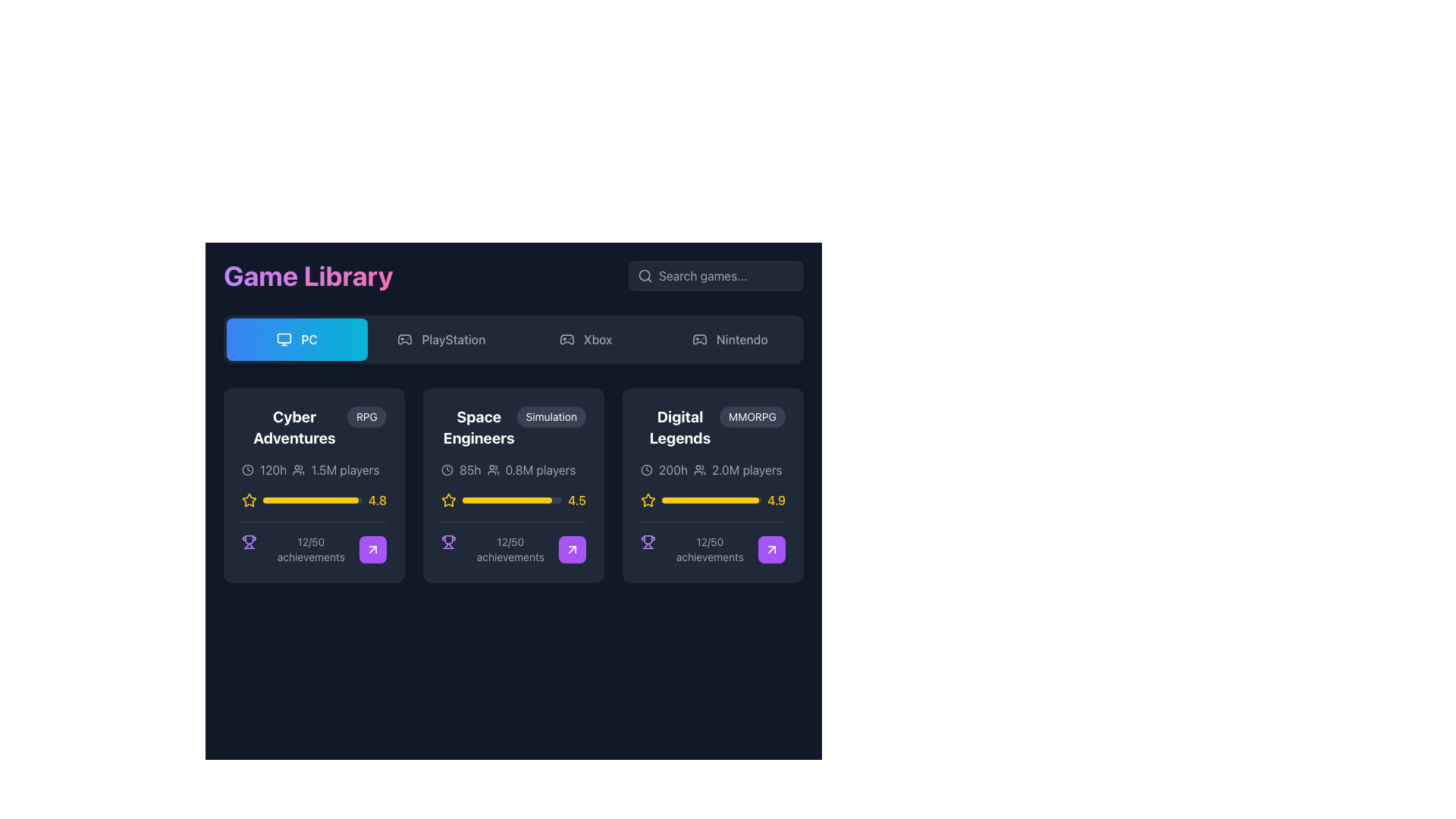  Describe the element at coordinates (711, 500) in the screenshot. I see `the yellow progress bar located within the 'Digital Legends' card, which is positioned below the star icon and the rating text '4.9'` at that location.